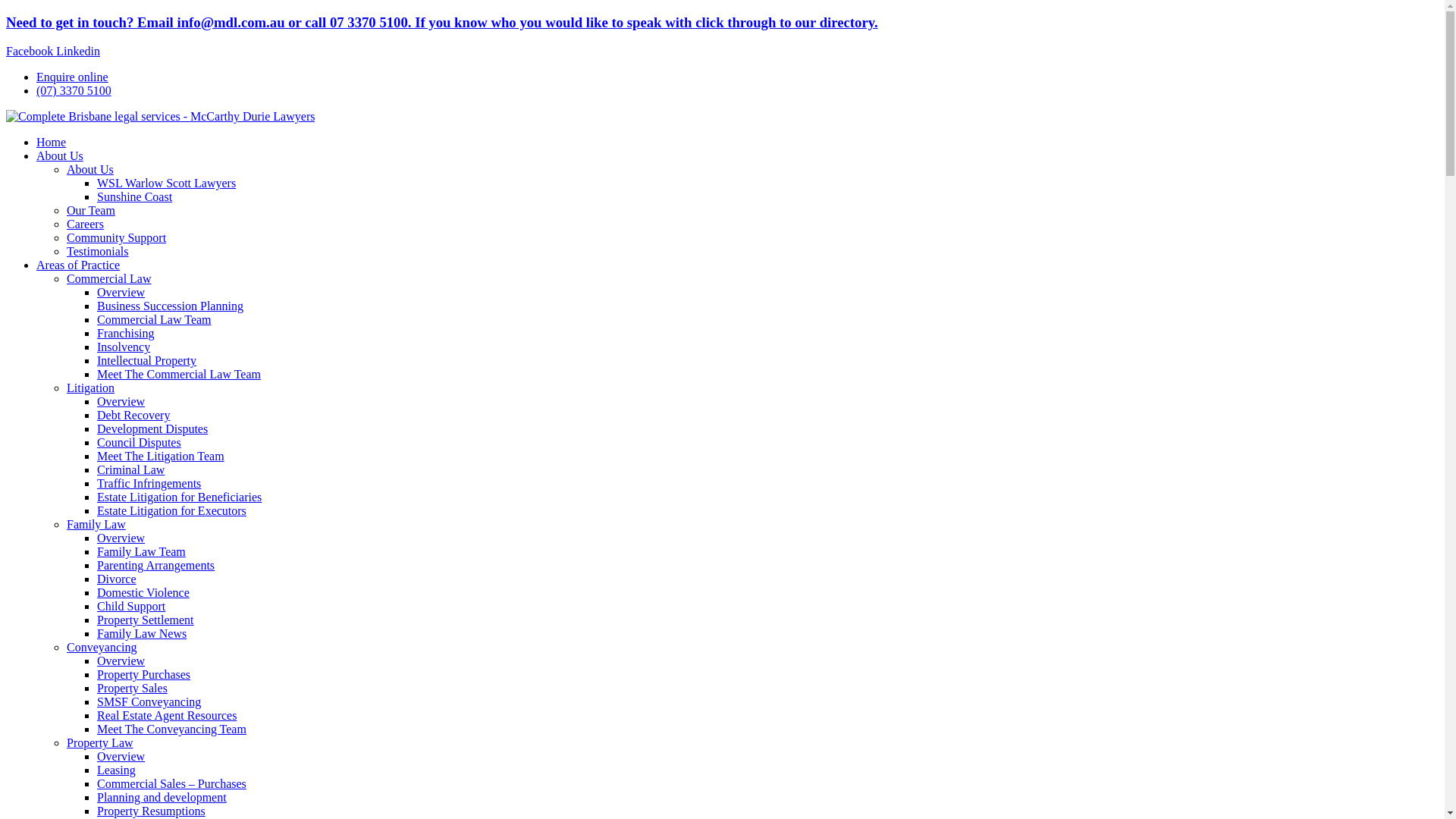 Image resolution: width=1456 pixels, height=819 pixels. I want to click on 'Real Estate Agent Resources', so click(167, 715).